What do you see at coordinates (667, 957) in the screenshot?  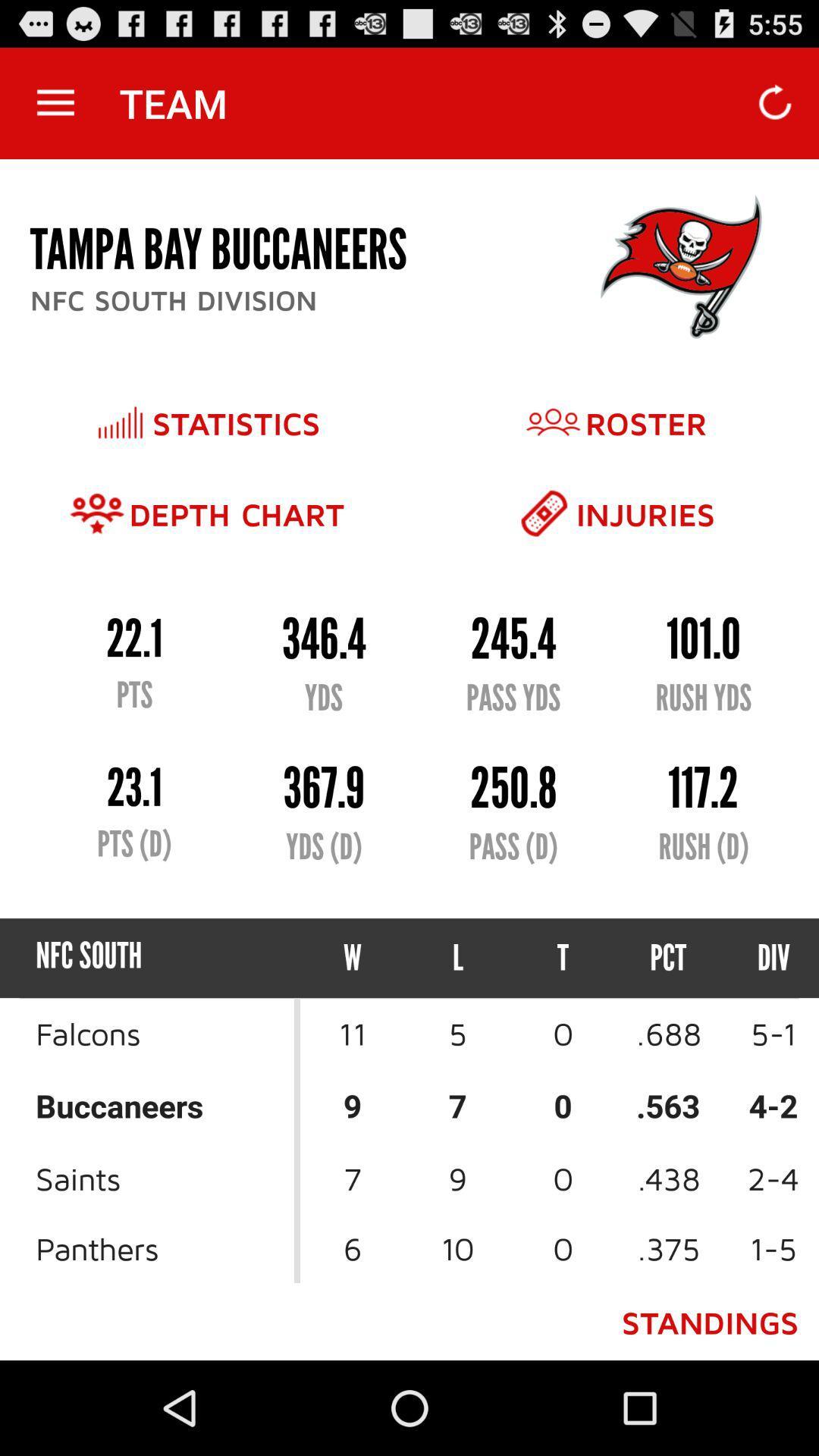 I see `icon to the left of div` at bounding box center [667, 957].